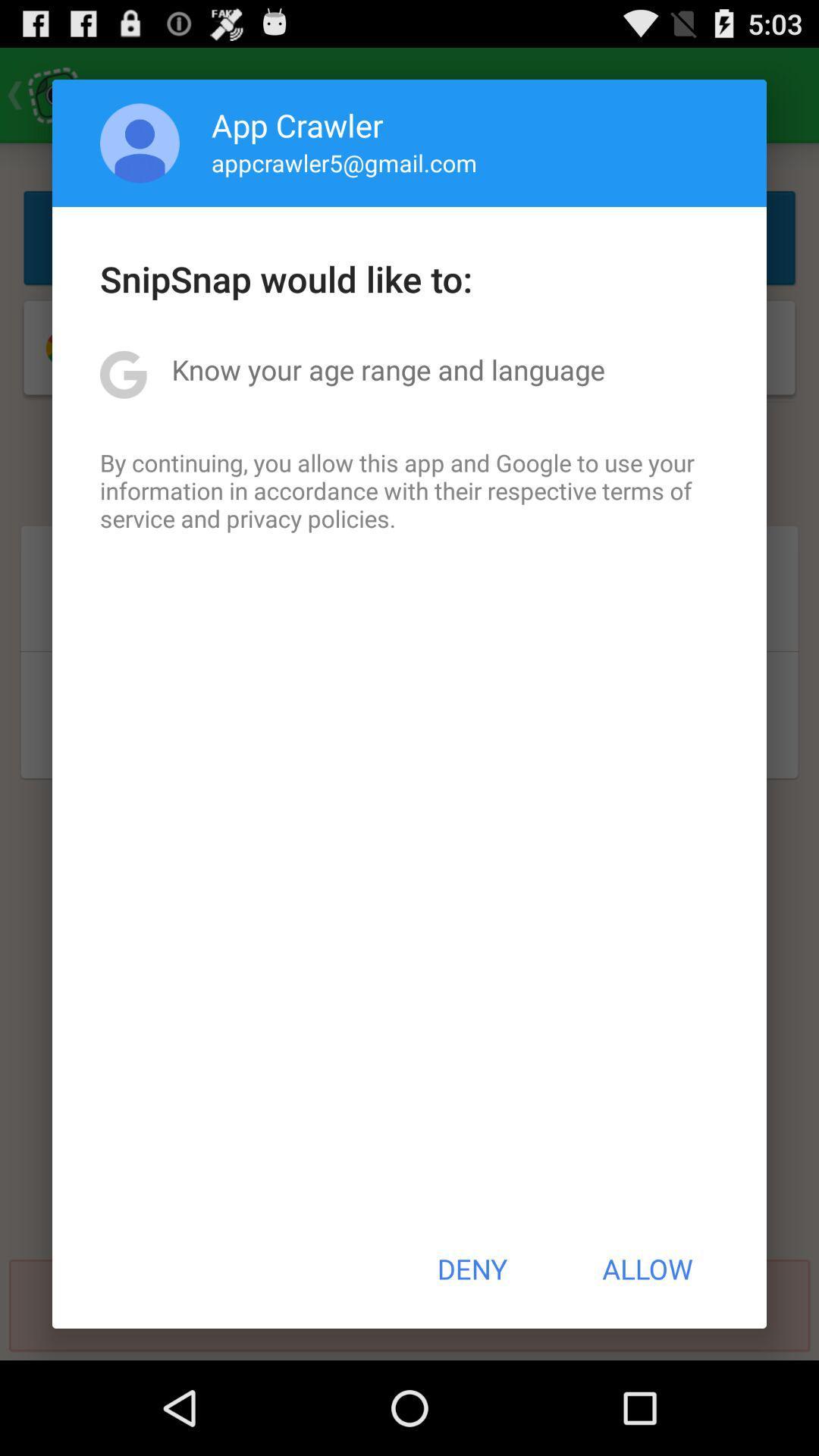 Image resolution: width=819 pixels, height=1456 pixels. What do you see at coordinates (140, 143) in the screenshot?
I see `the app next to the app crawler app` at bounding box center [140, 143].